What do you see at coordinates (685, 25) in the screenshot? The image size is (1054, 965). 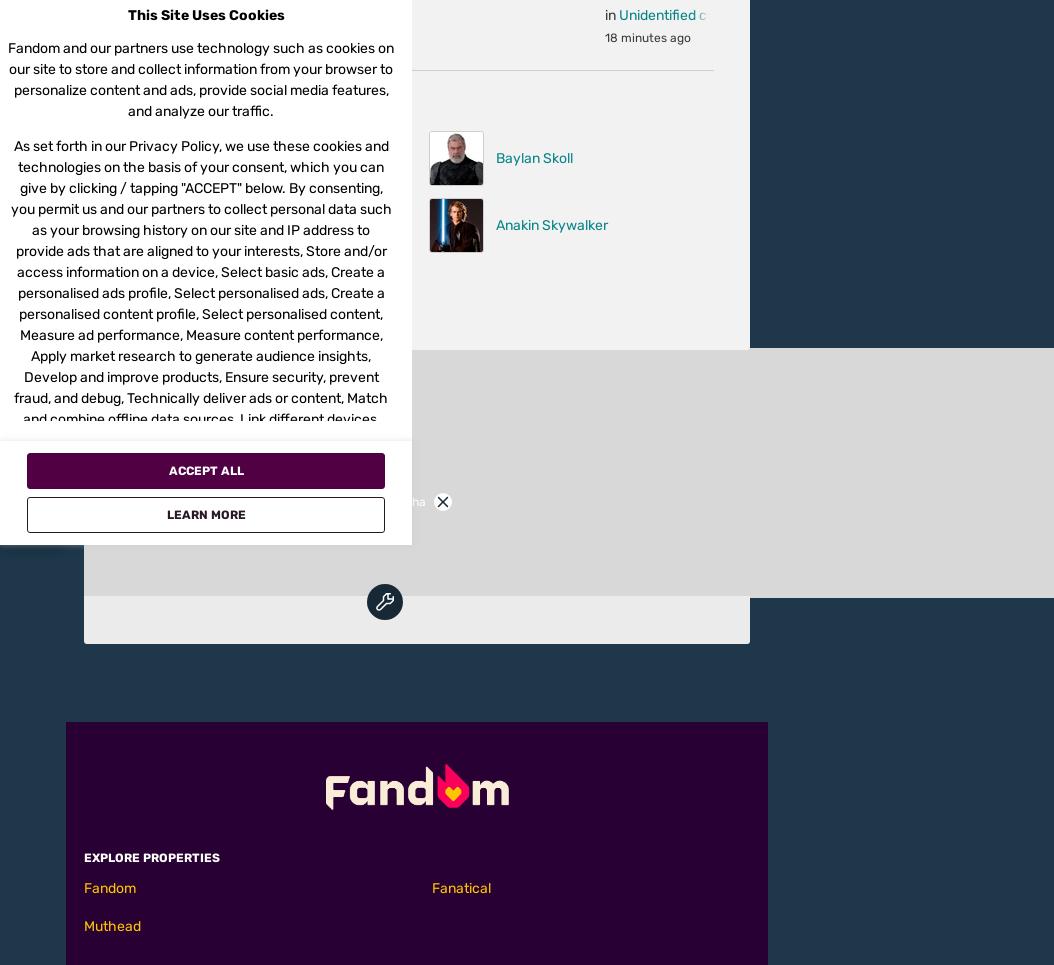 I see `'(2017) 16'` at bounding box center [685, 25].